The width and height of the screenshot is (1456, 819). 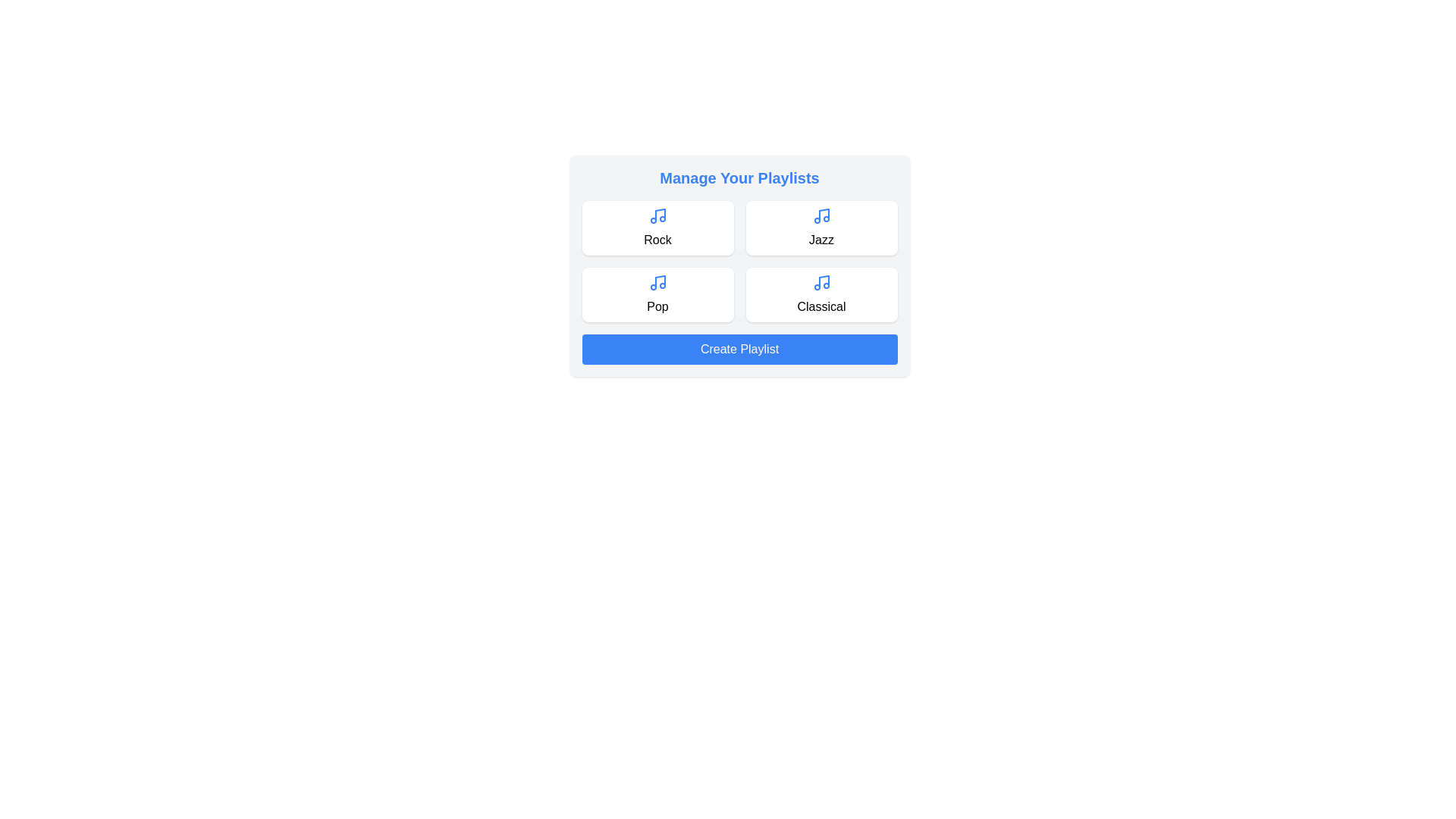 What do you see at coordinates (821, 295) in the screenshot?
I see `the playlist card labeled Classical` at bounding box center [821, 295].